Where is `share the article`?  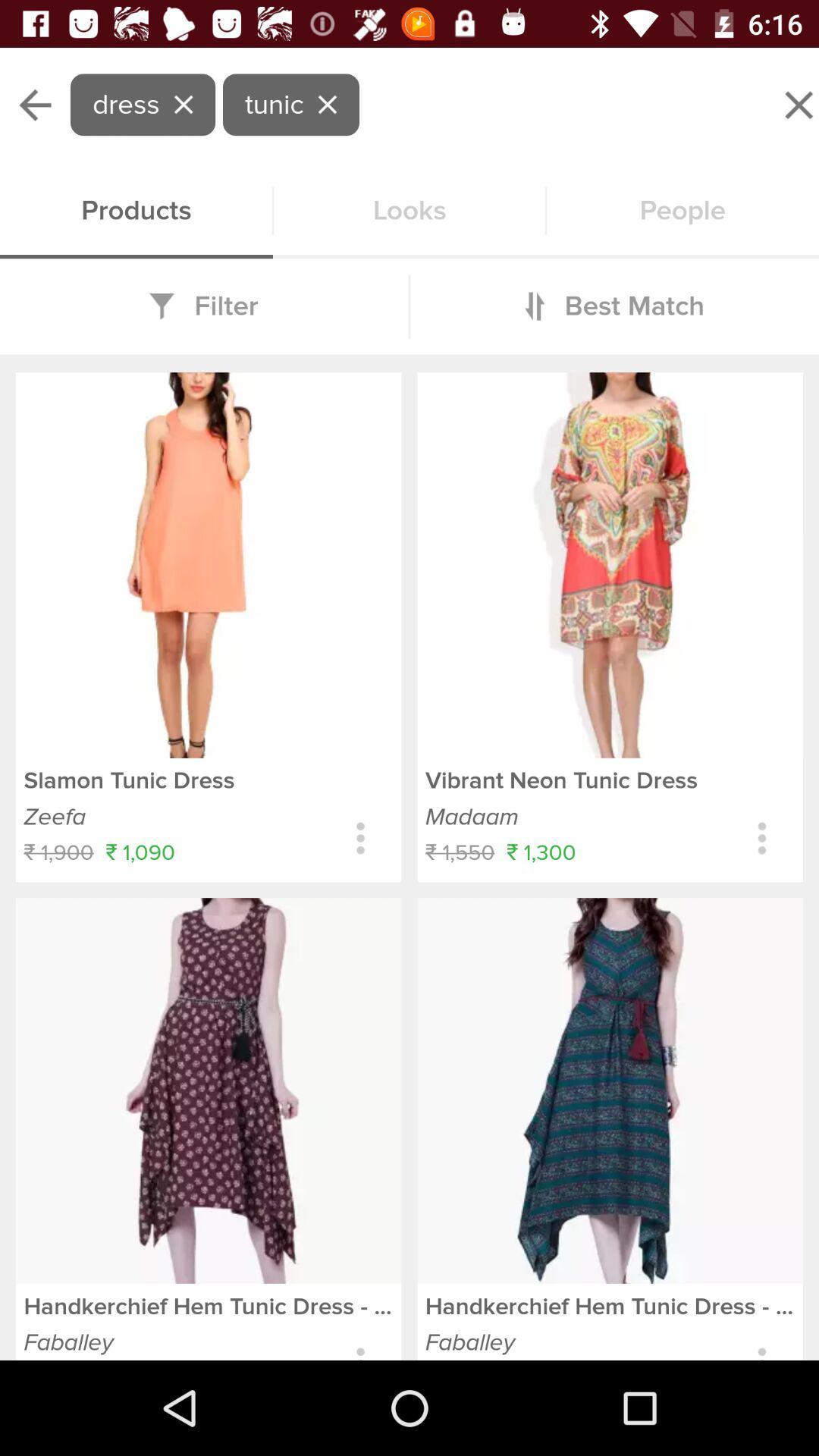 share the article is located at coordinates (360, 837).